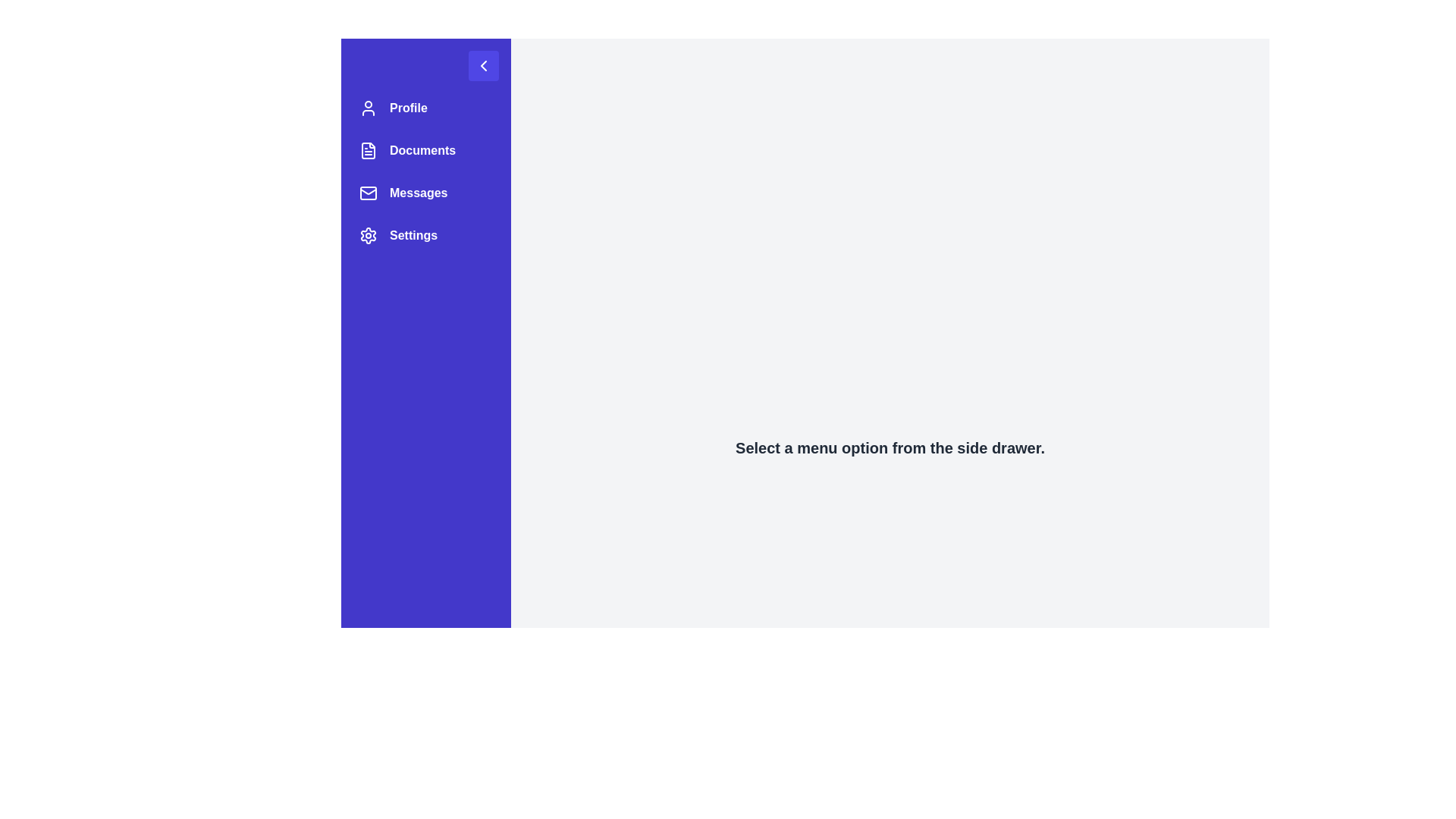 This screenshot has width=1456, height=819. What do you see at coordinates (368, 107) in the screenshot?
I see `the user icon element, which is a silhouette of a person outlined in white, located at the top of the left-side menu near the 'Profile' label` at bounding box center [368, 107].